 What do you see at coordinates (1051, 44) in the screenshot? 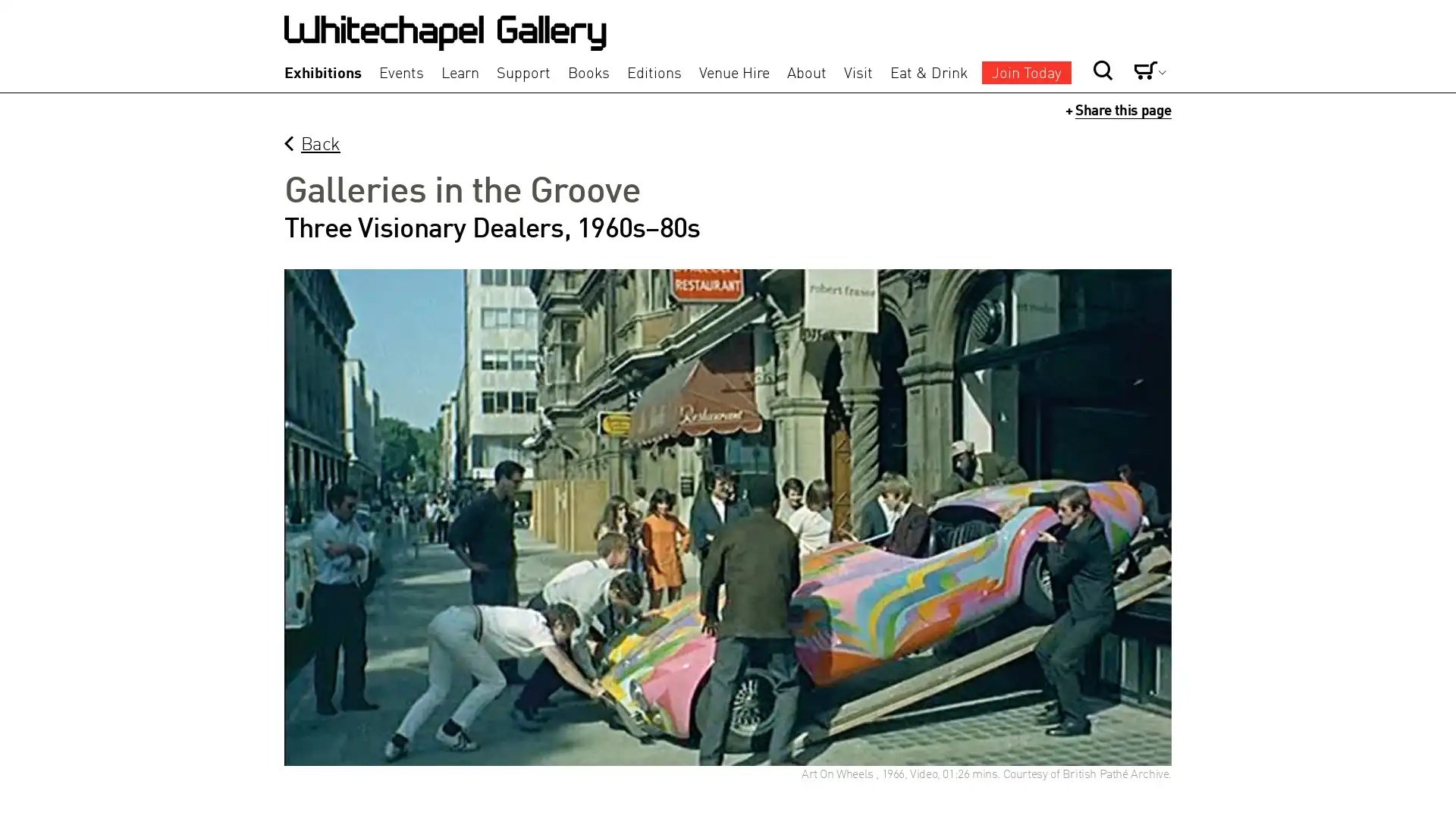
I see `Go` at bounding box center [1051, 44].